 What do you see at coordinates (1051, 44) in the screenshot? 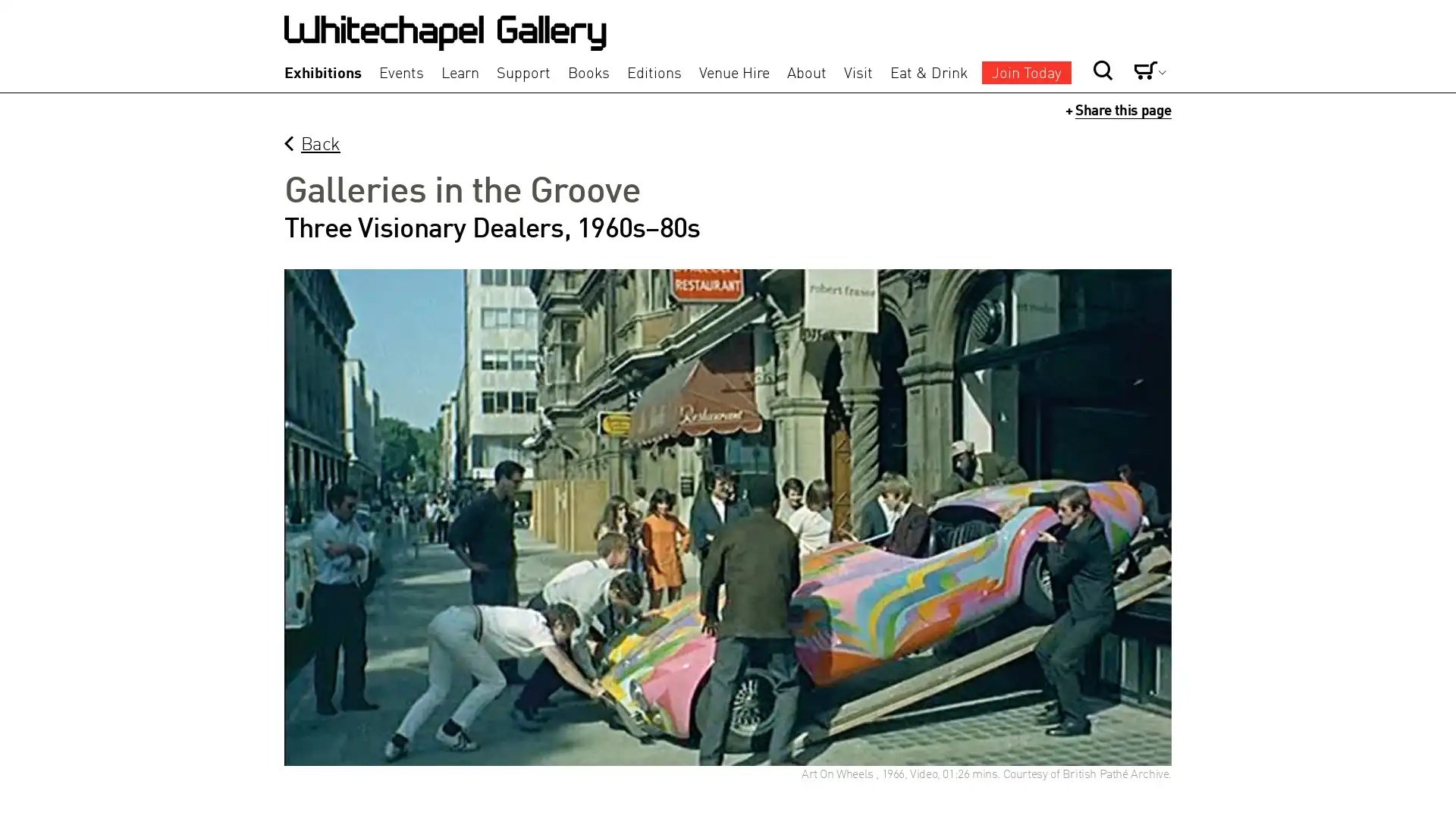
I see `Go` at bounding box center [1051, 44].